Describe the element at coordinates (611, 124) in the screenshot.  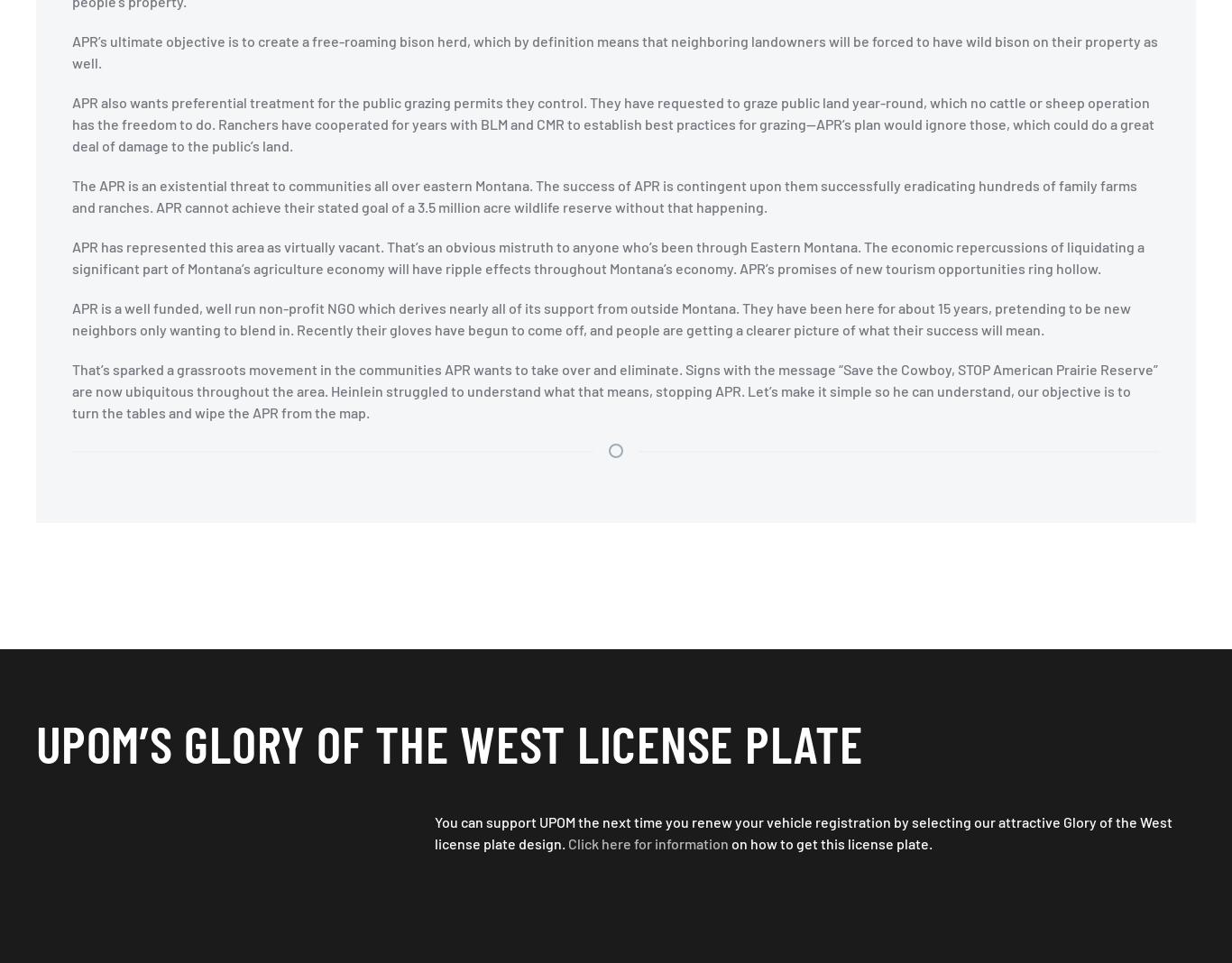
I see `'APR also wants preferential treatment for the public grazing permits they control. They have requested to graze public land year-round, which no cattle or sheep operation has the freedom to do. Ranchers have cooperated for years with BLM and CMR to establish best practices for grazing—APR’s plan would ignore those, which could do a great deal of damage to the public’s land.'` at that location.